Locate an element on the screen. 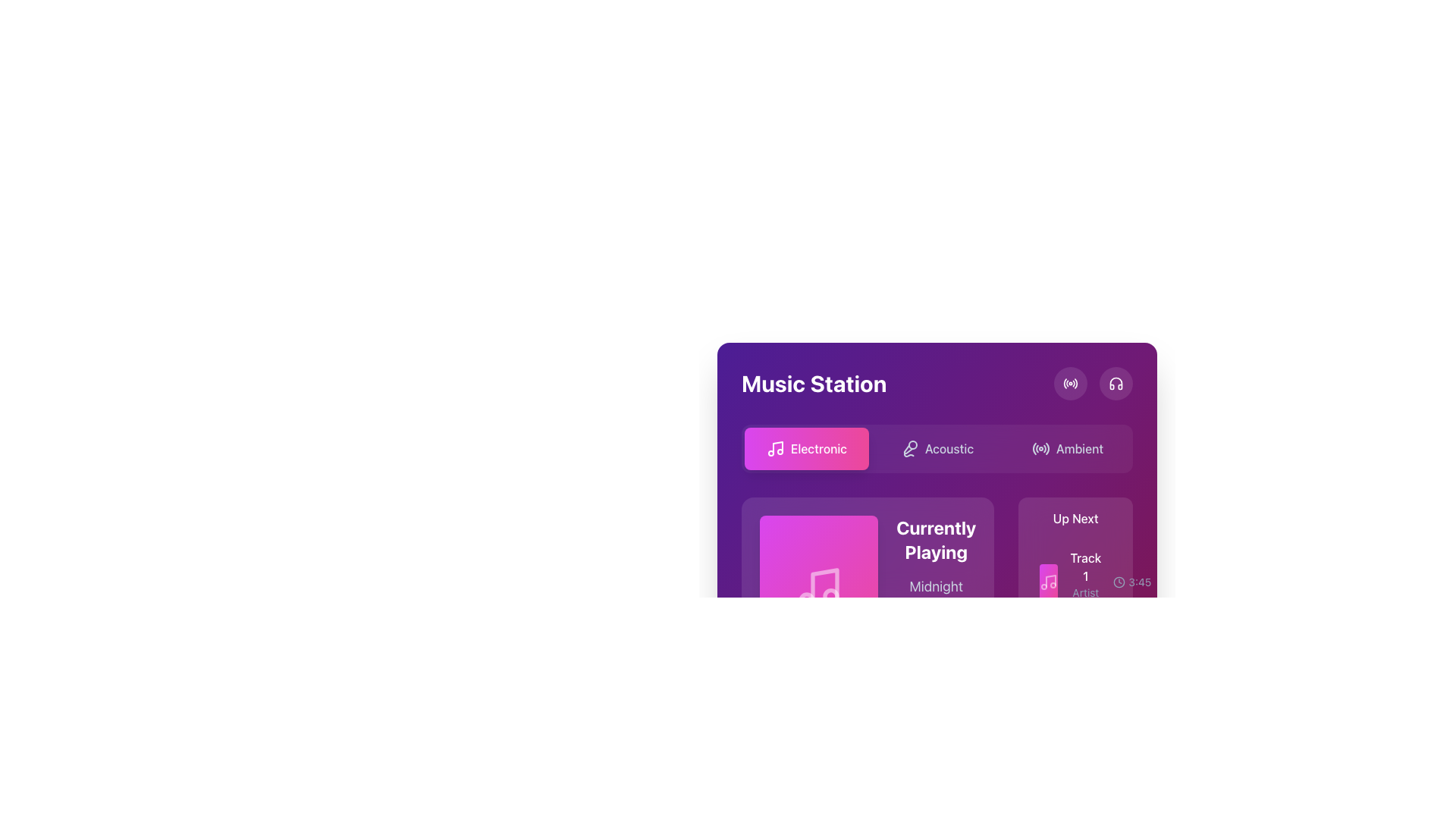 This screenshot has width=1456, height=819. the 'Electronic' button is located at coordinates (806, 447).